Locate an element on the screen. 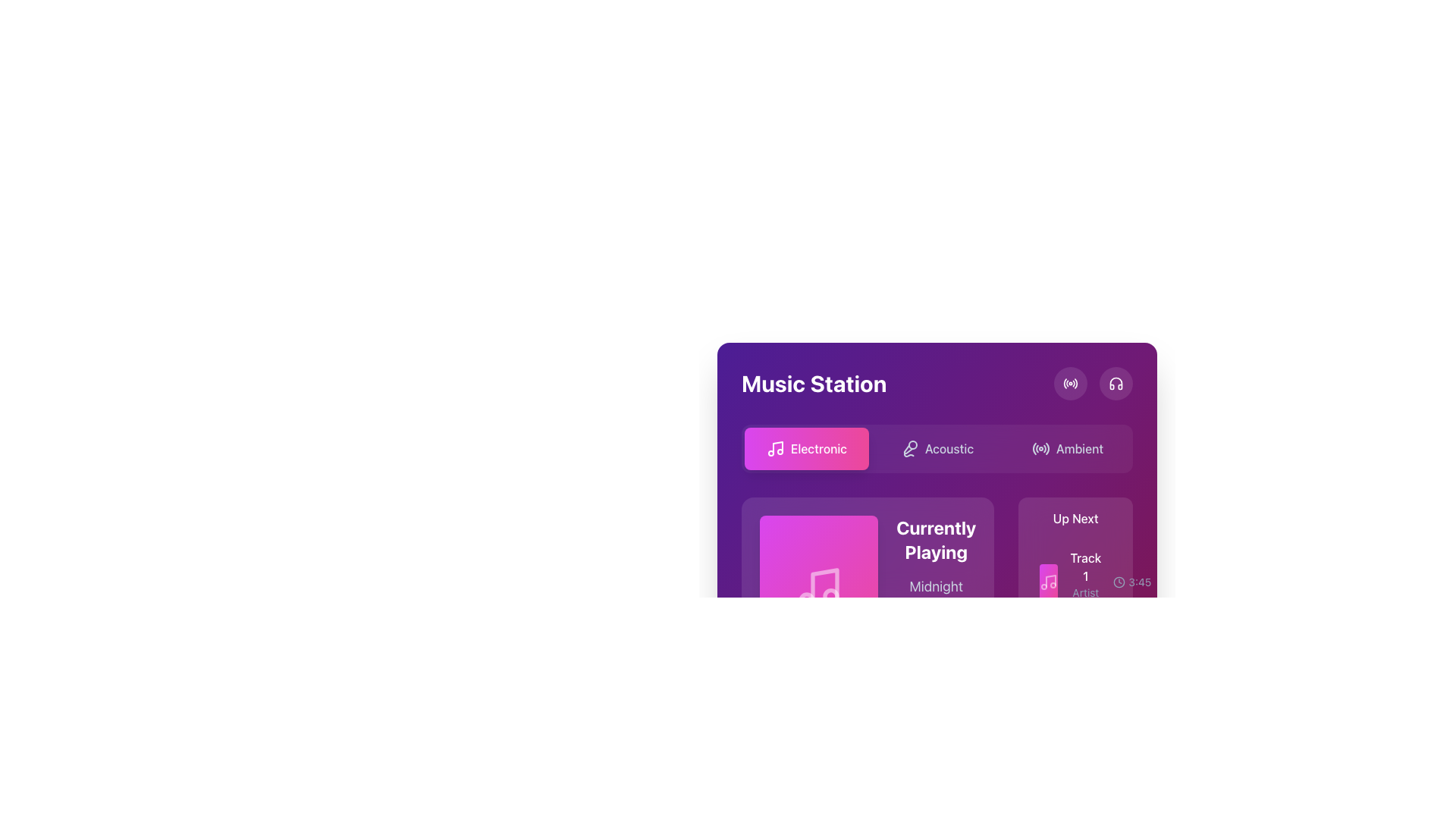 This screenshot has width=1456, height=819. the 'Electronic' button is located at coordinates (806, 447).